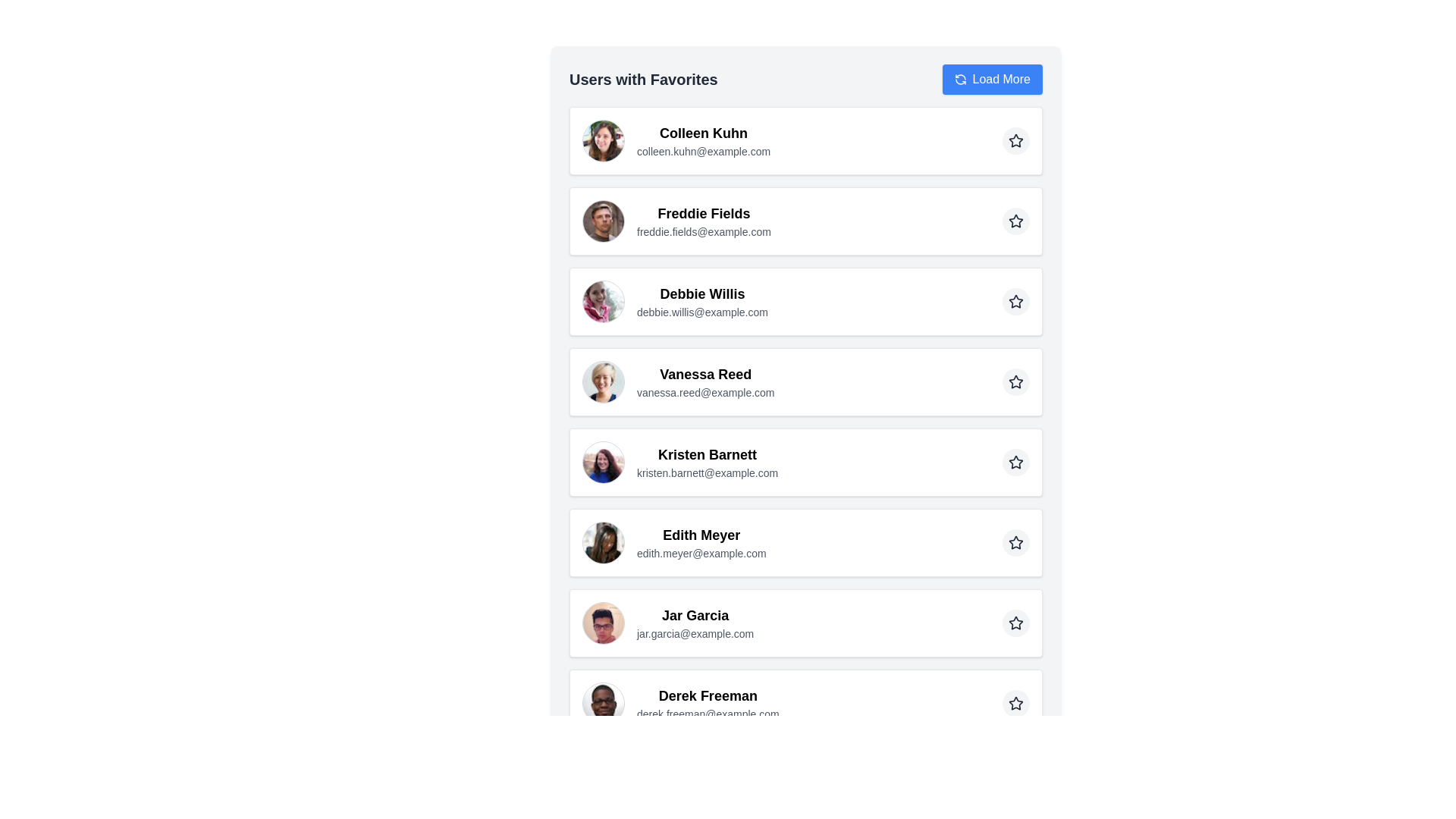 The image size is (1456, 819). I want to click on the circular profile picture located, so click(603, 221).